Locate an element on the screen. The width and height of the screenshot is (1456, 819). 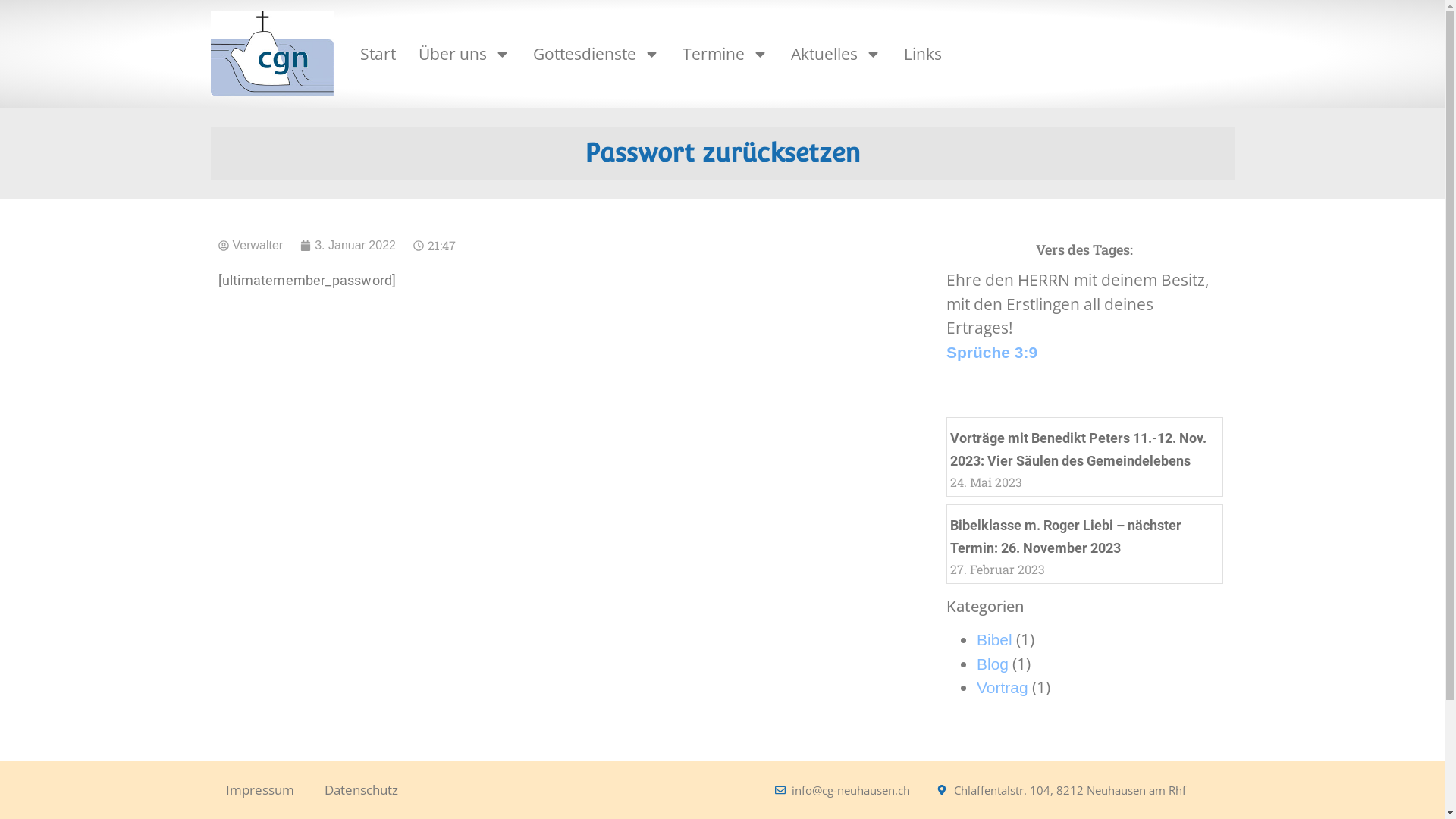
'3. Januar 2022' is located at coordinates (347, 245).